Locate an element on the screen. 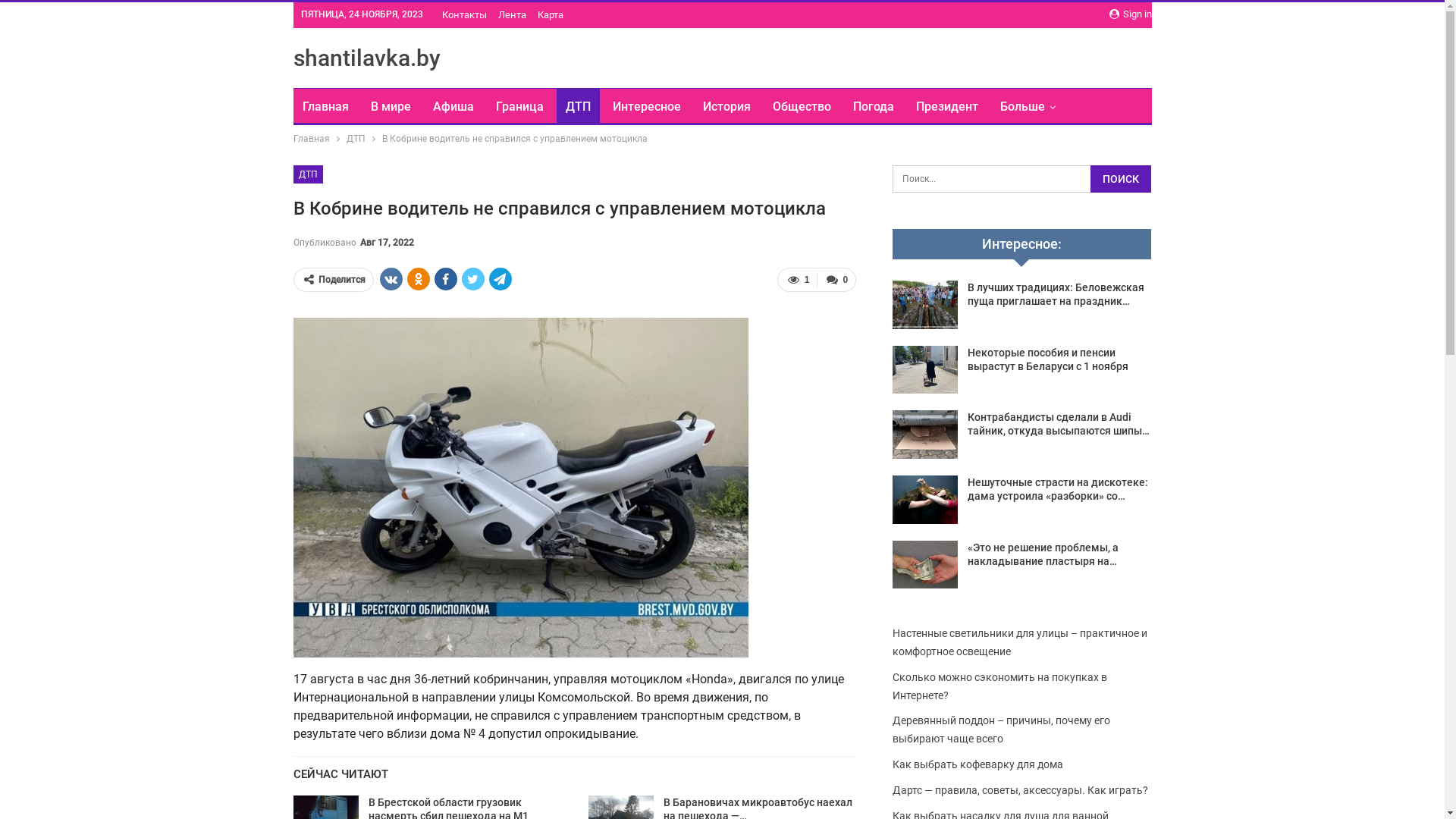 This screenshot has height=819, width=1456. 'Sign in' is located at coordinates (1129, 14).